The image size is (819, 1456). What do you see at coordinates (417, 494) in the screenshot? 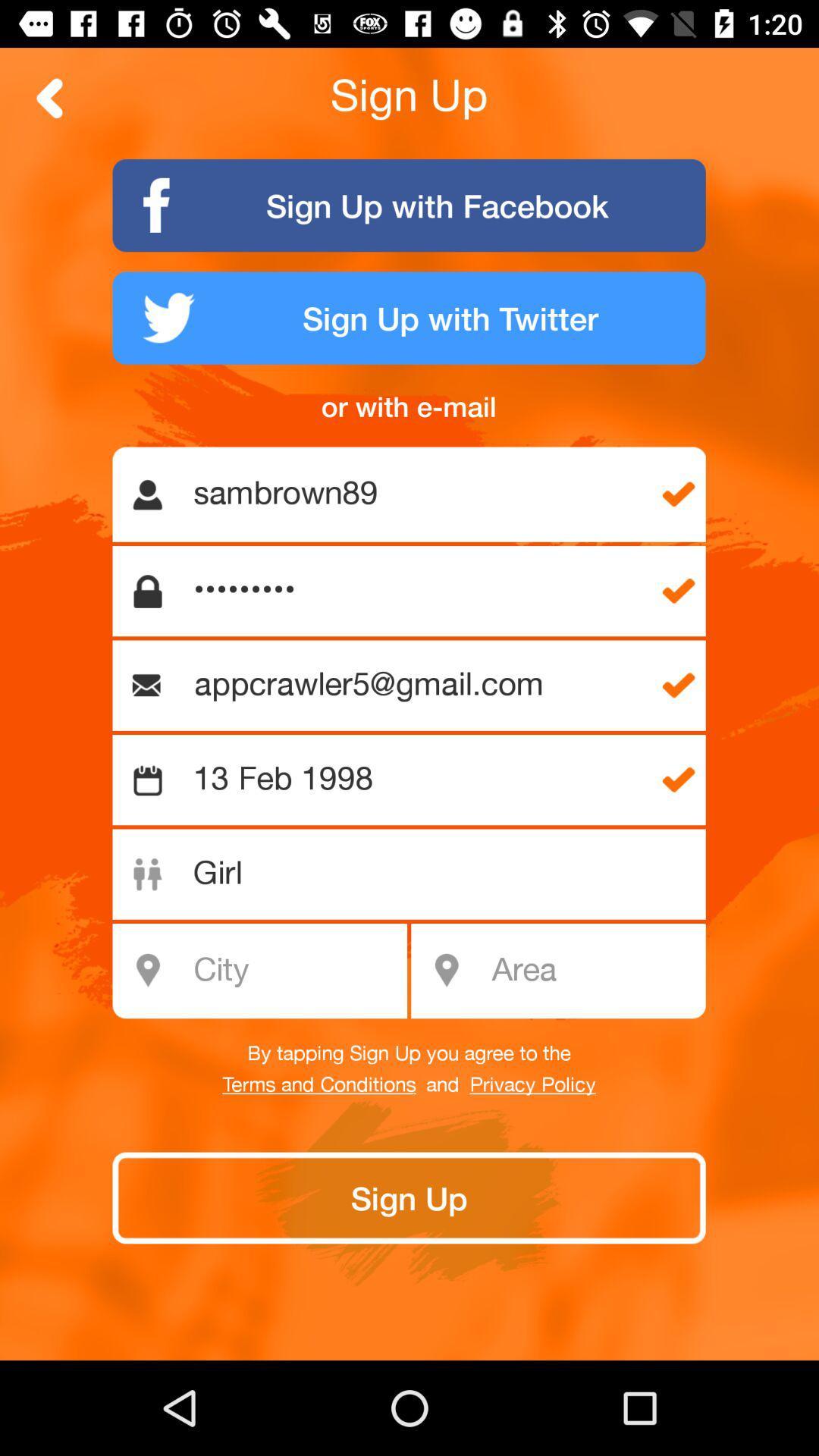
I see `sambrown89 item` at bounding box center [417, 494].